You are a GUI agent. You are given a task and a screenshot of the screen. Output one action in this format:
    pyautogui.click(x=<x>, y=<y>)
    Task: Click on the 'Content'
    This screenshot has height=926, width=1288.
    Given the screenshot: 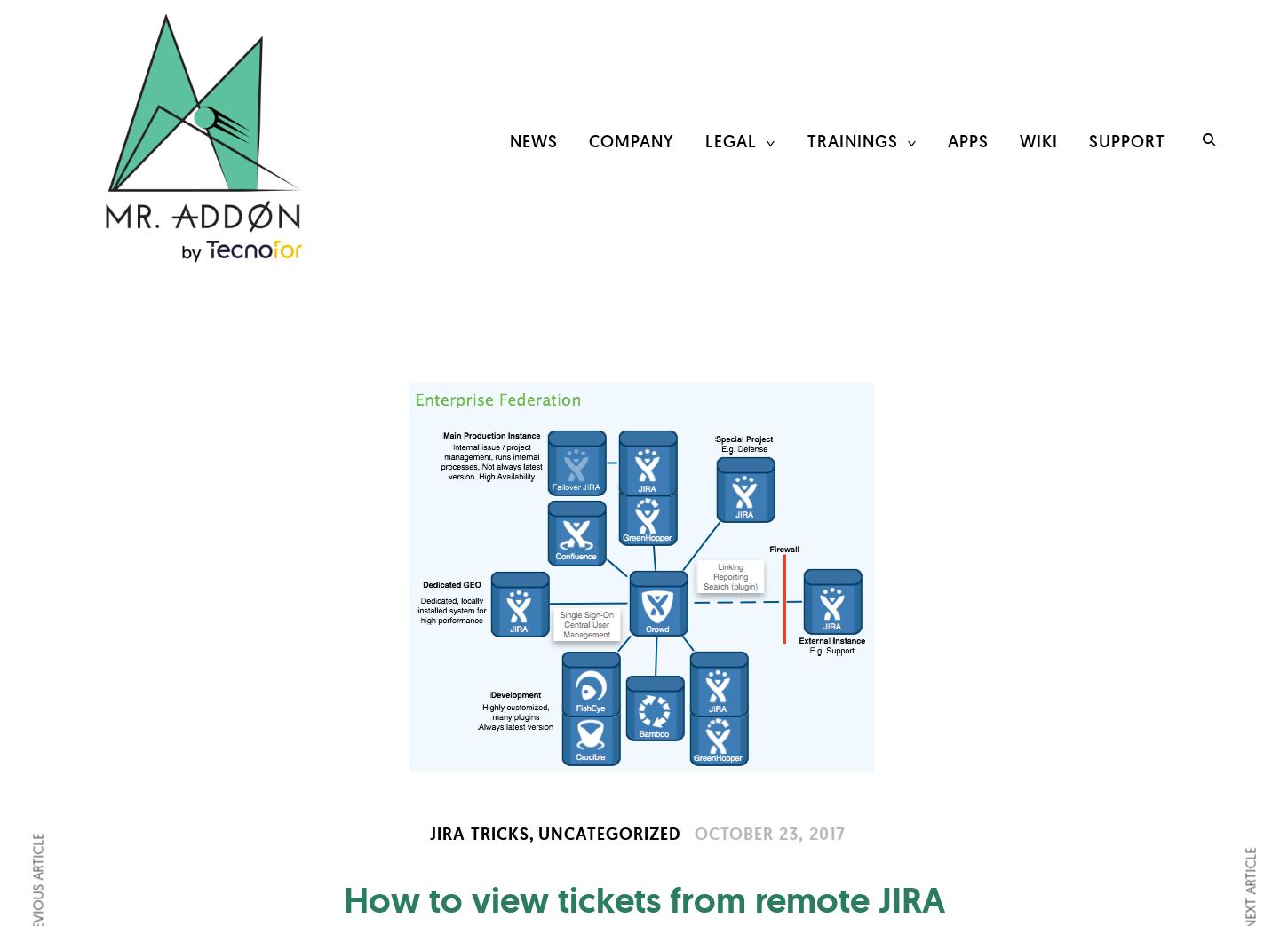 What is the action you would take?
    pyautogui.click(x=845, y=235)
    